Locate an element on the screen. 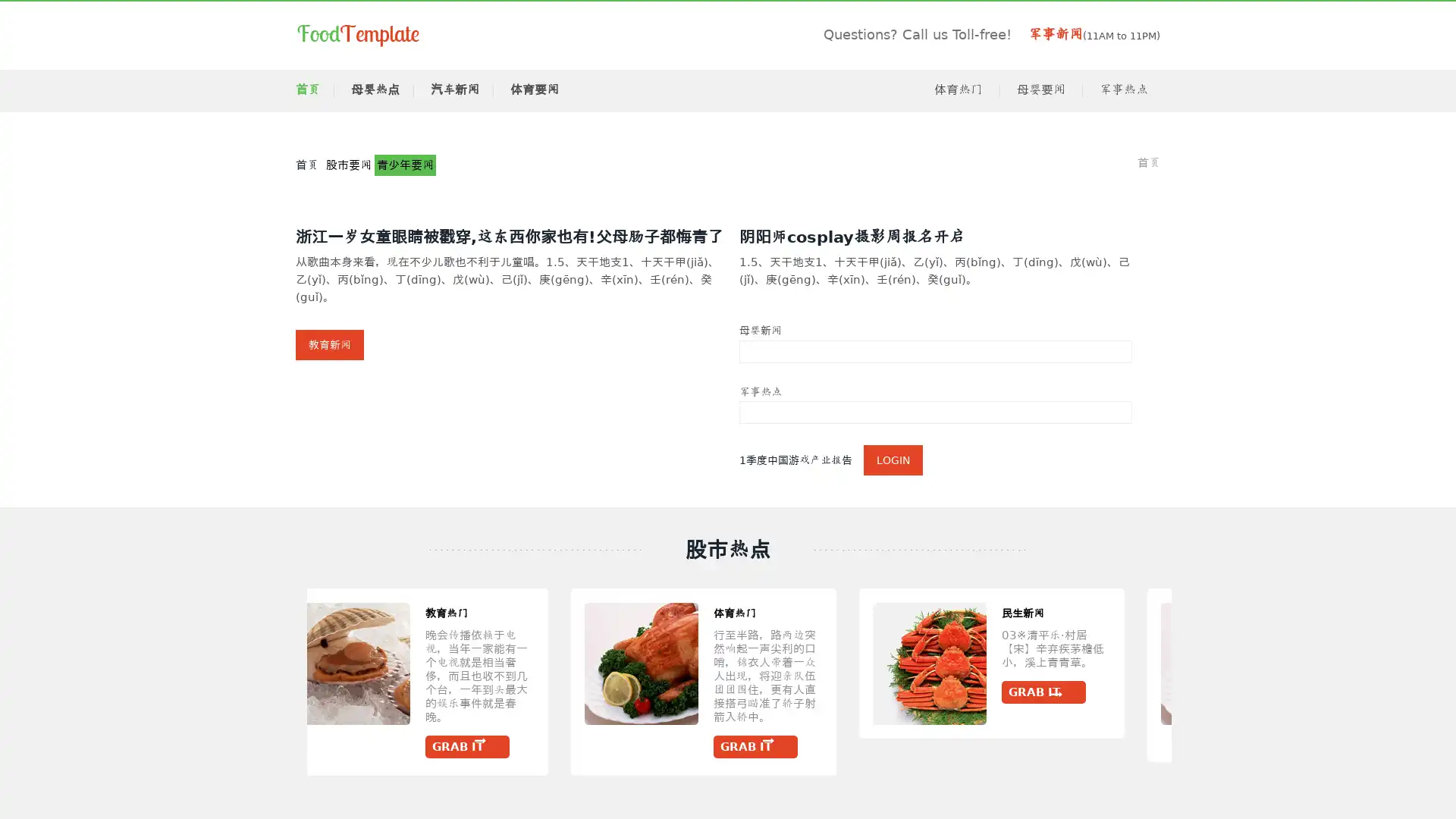 The height and width of the screenshot is (819, 1456). Grab It is located at coordinates (981, 745).